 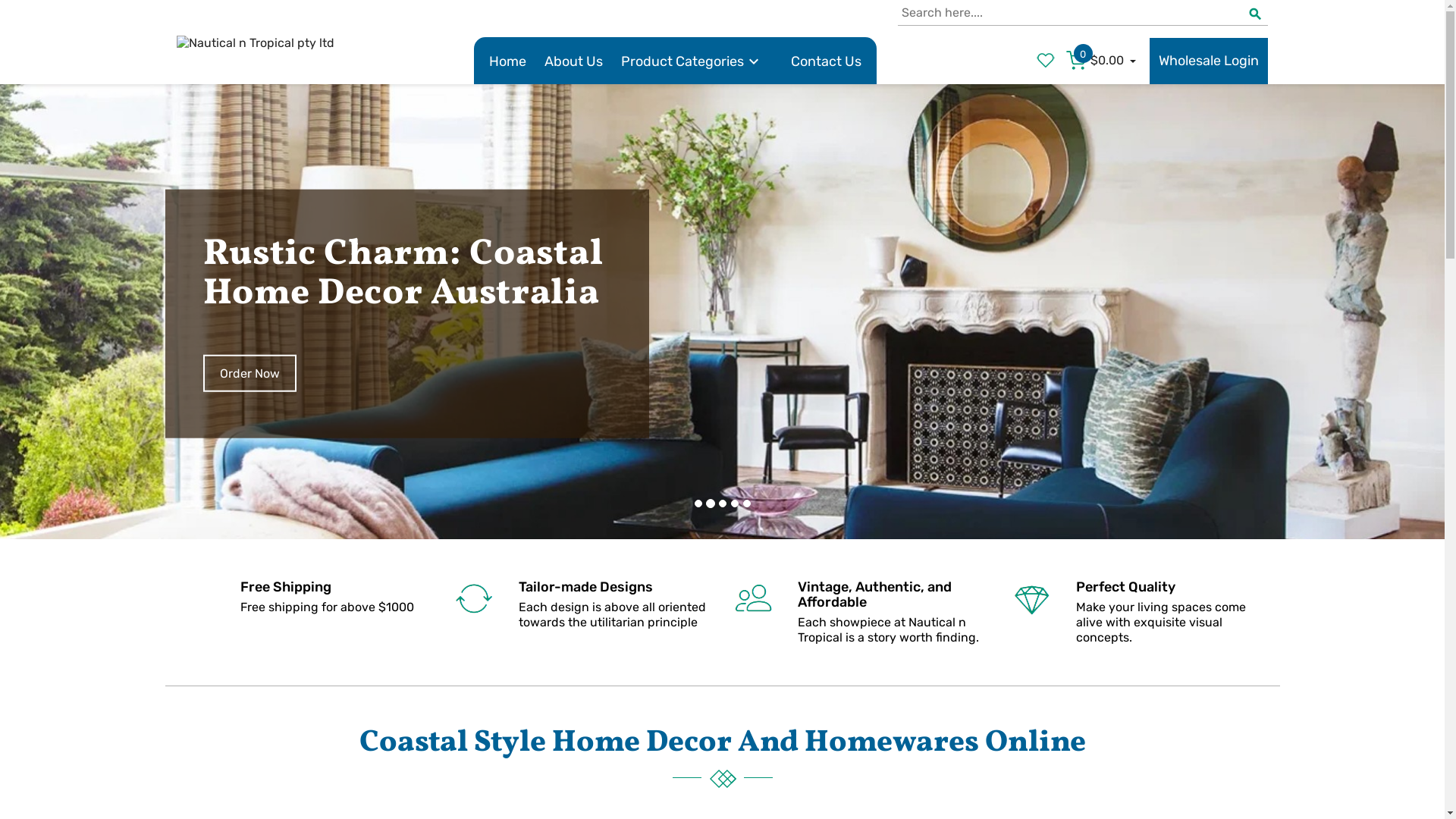 What do you see at coordinates (488, 61) in the screenshot?
I see `'Home'` at bounding box center [488, 61].